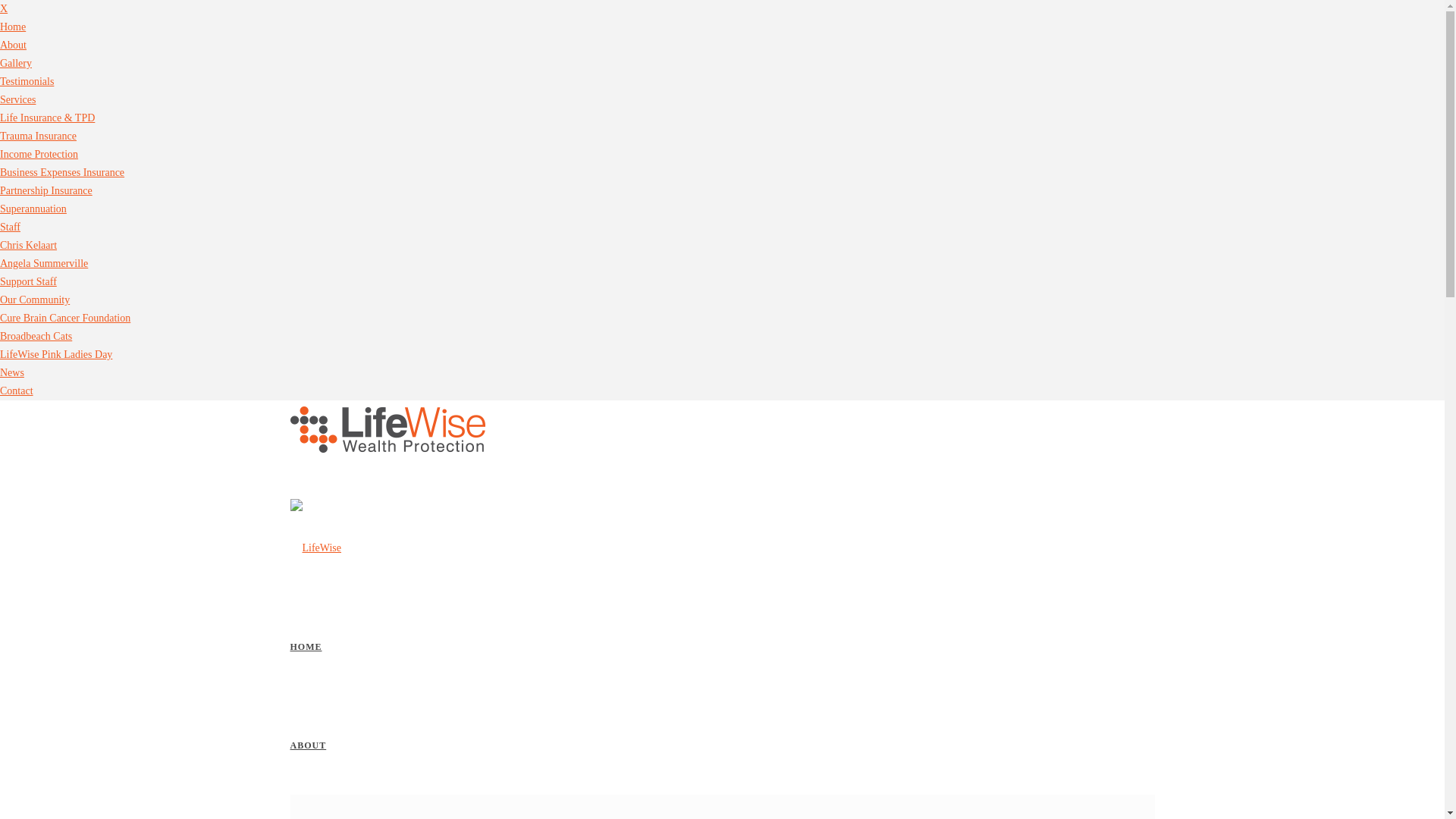 The width and height of the screenshot is (1456, 819). Describe the element at coordinates (0, 300) in the screenshot. I see `'Our Community'` at that location.